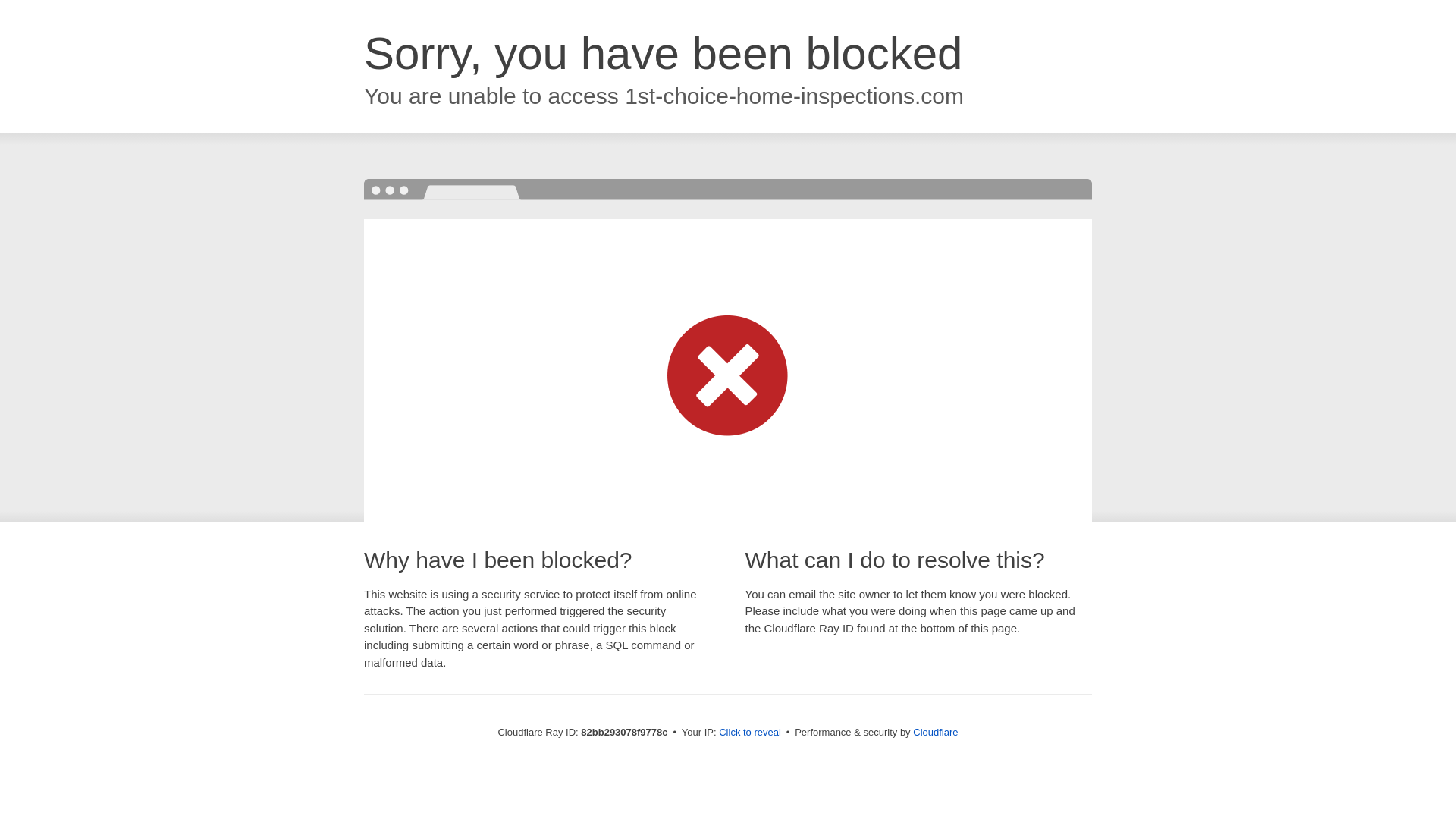 The width and height of the screenshot is (1456, 819). I want to click on 'Cloudflare', so click(934, 731).